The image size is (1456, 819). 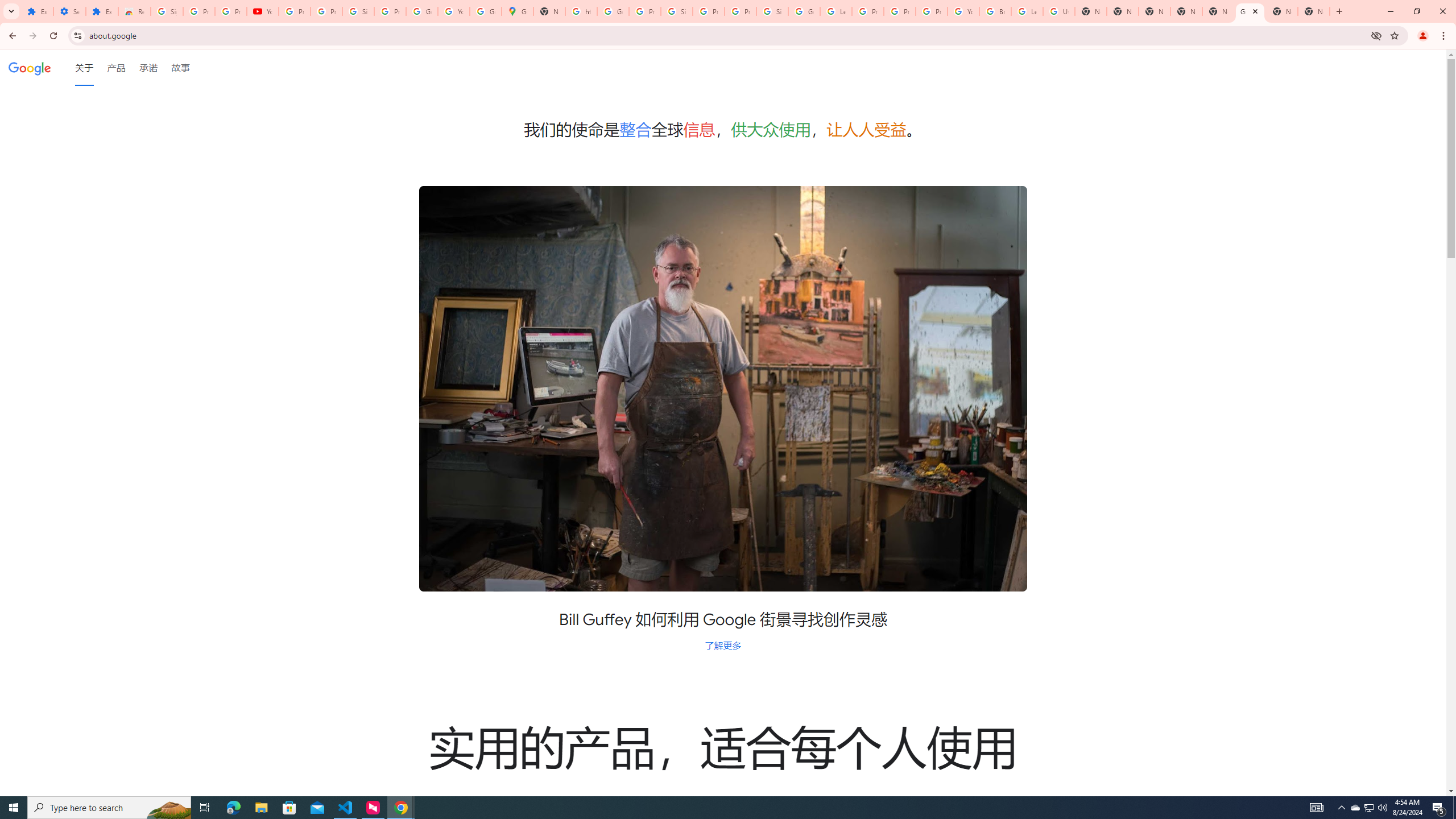 What do you see at coordinates (581, 11) in the screenshot?
I see `'https://scholar.google.com/'` at bounding box center [581, 11].